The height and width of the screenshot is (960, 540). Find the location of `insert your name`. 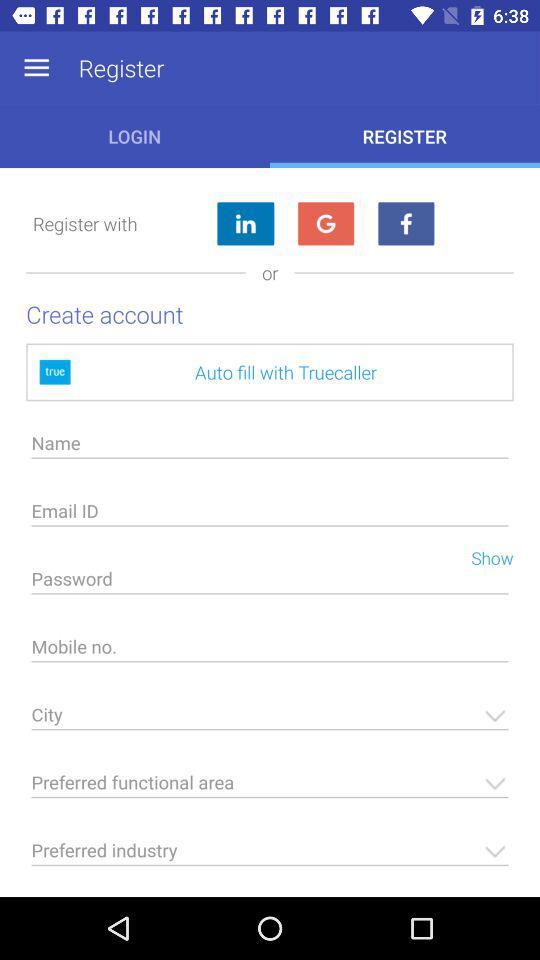

insert your name is located at coordinates (270, 448).